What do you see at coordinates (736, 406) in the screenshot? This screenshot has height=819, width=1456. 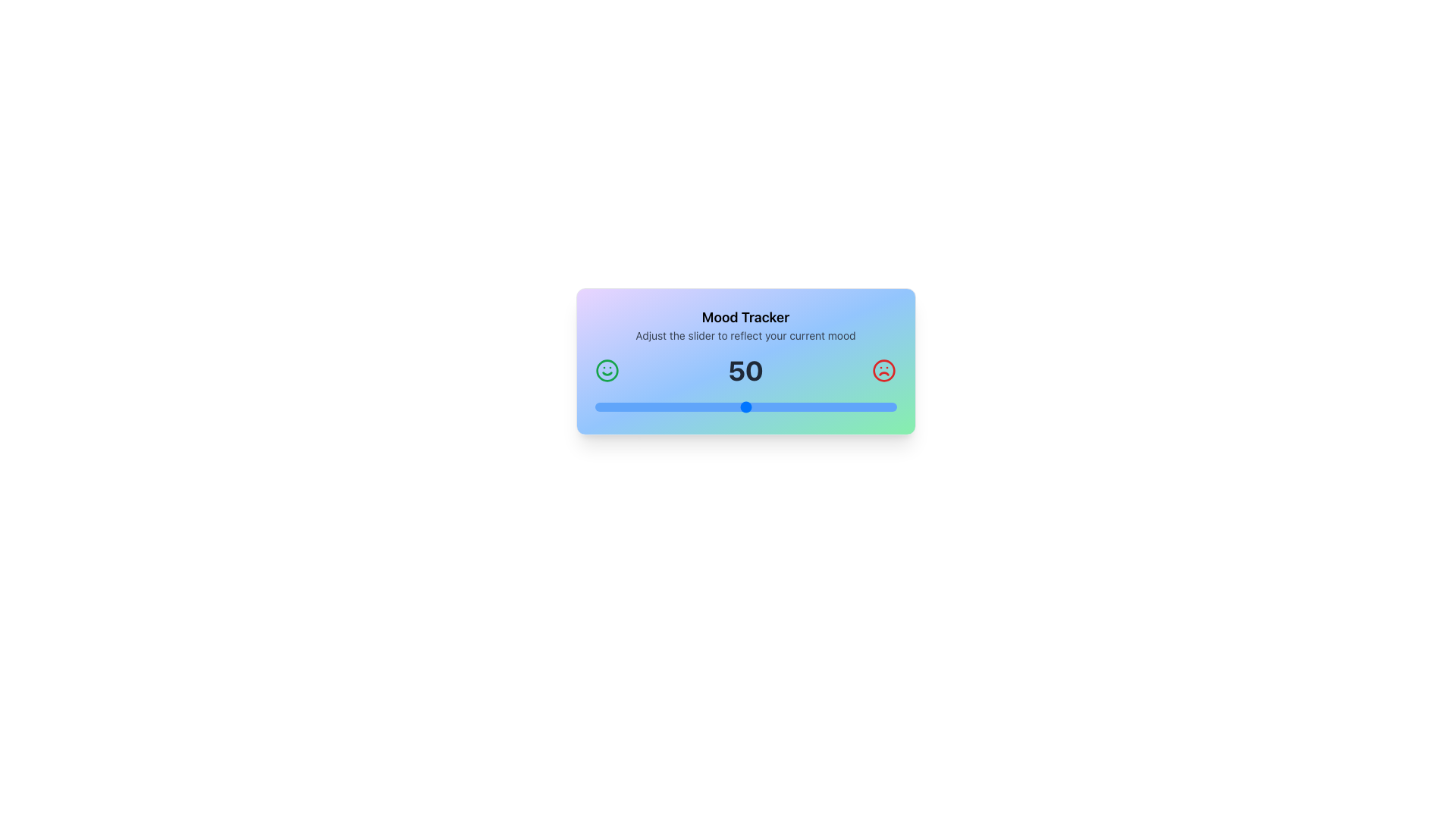 I see `the mood slider value` at bounding box center [736, 406].